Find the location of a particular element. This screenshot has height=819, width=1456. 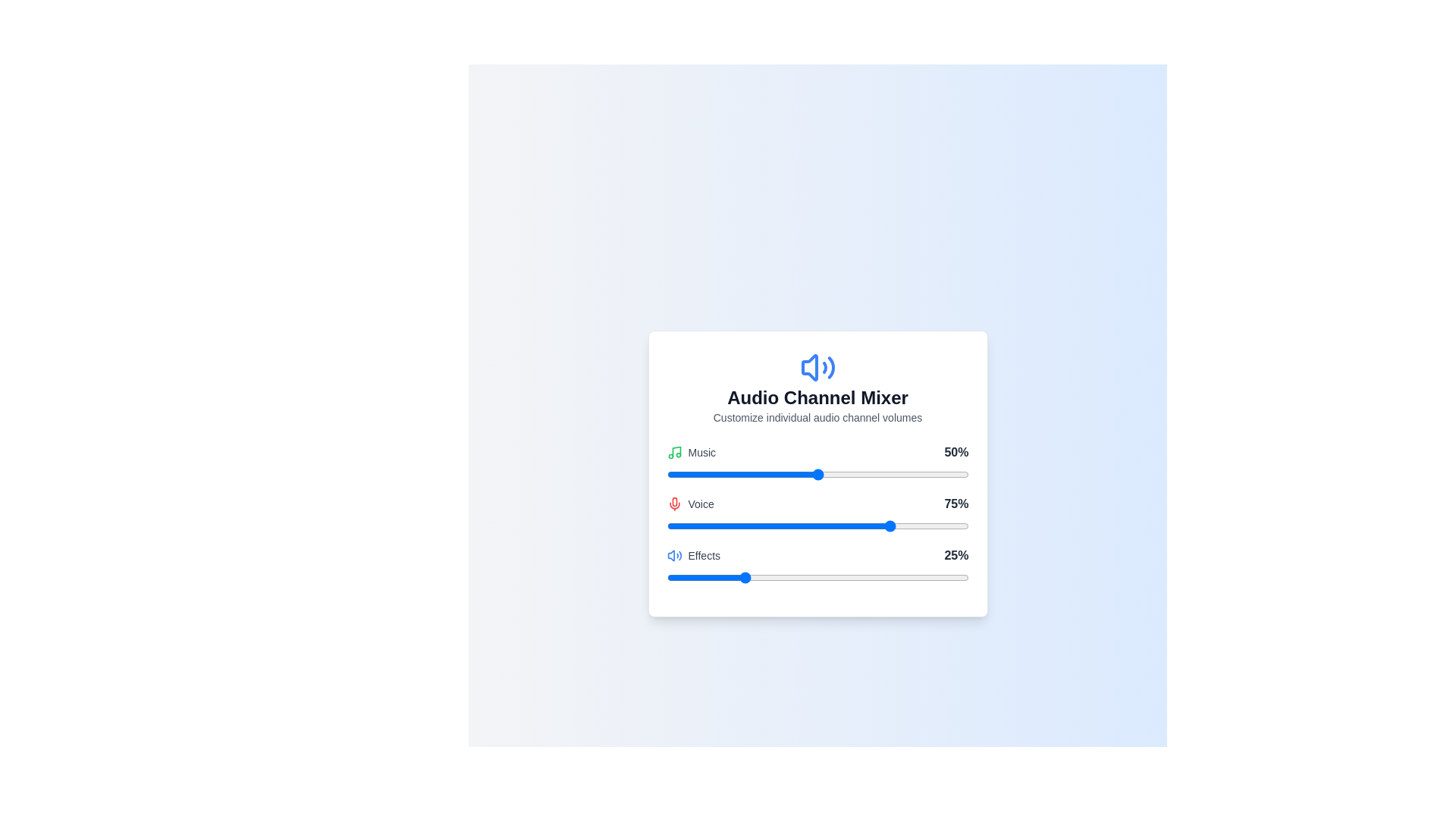

the microphone icon with bold red coloring located to the left of the 'Voice' label in the 'Audio Channel Mixer' interface is located at coordinates (673, 504).